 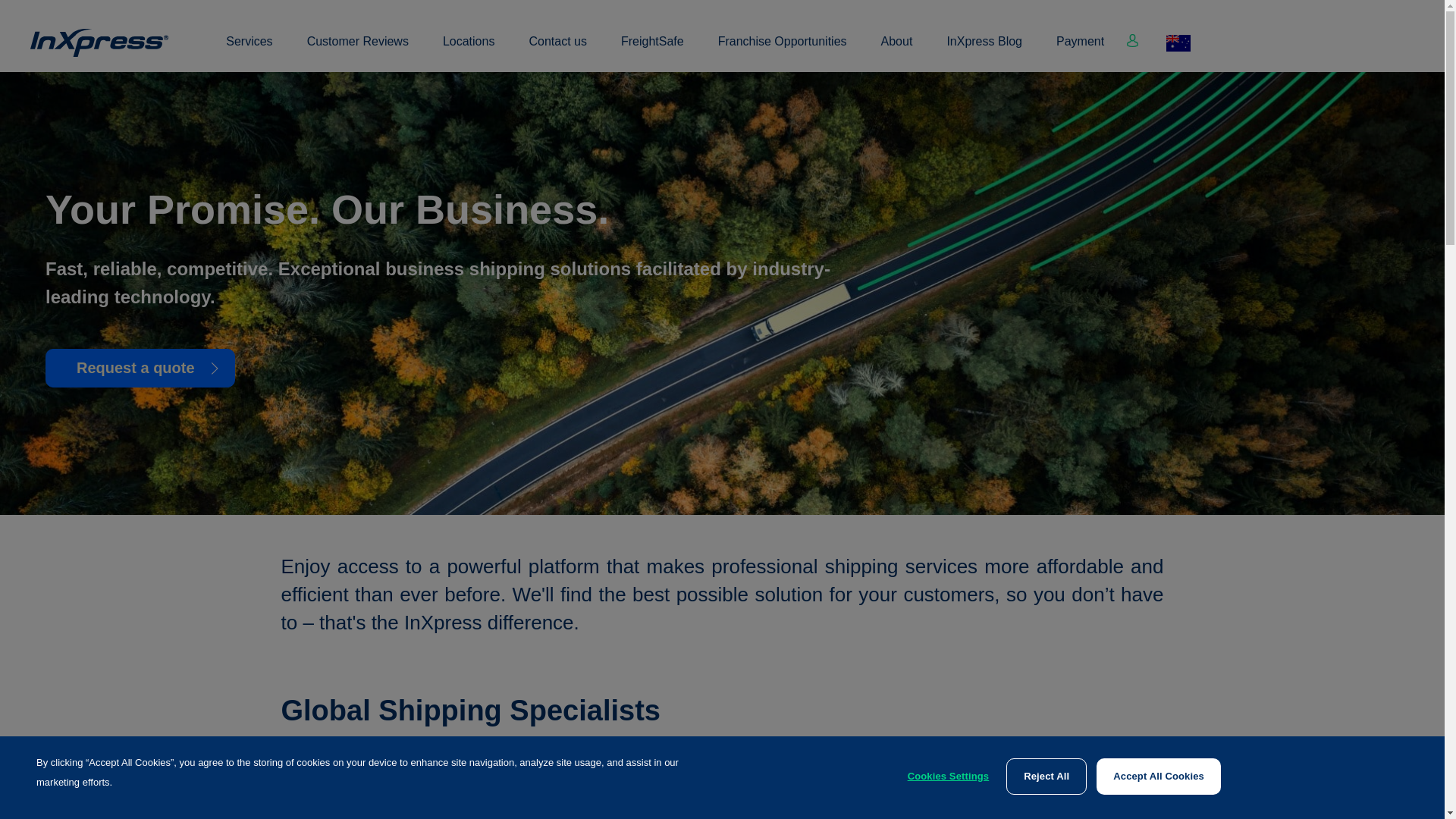 I want to click on 'Contact us', so click(x=556, y=49).